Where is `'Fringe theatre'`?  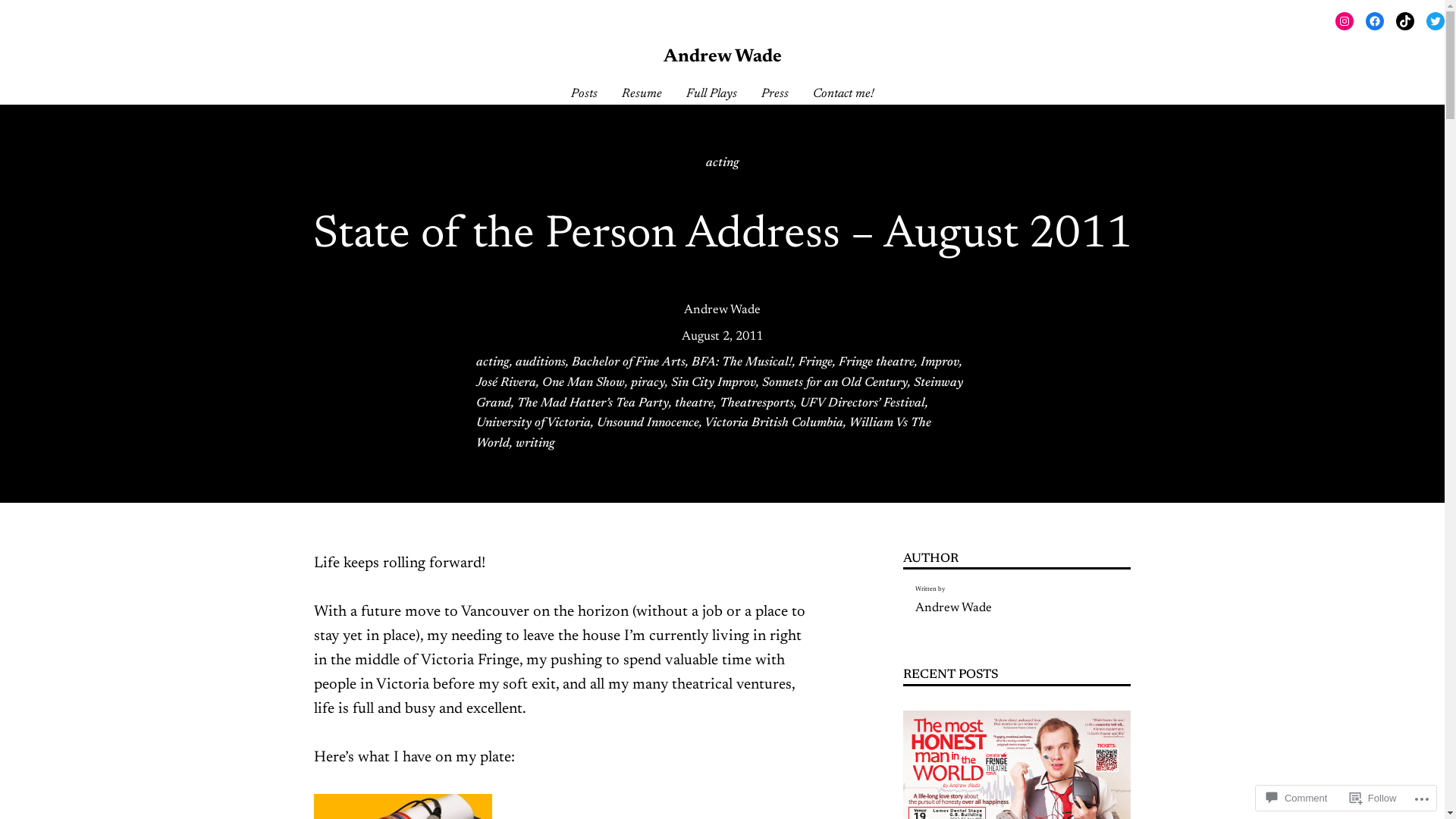 'Fringe theatre' is located at coordinates (877, 362).